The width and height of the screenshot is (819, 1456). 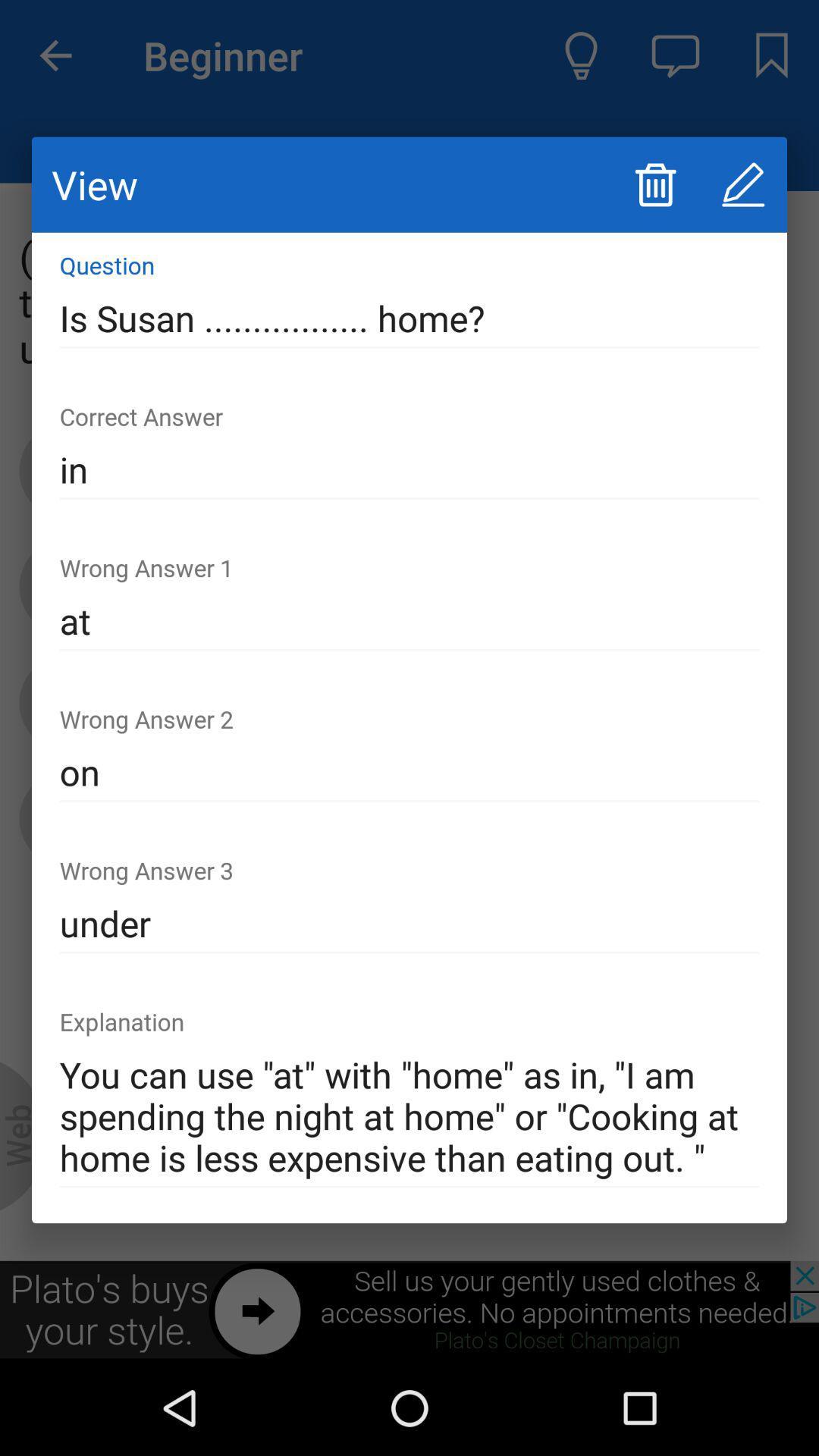 What do you see at coordinates (654, 184) in the screenshot?
I see `delete` at bounding box center [654, 184].